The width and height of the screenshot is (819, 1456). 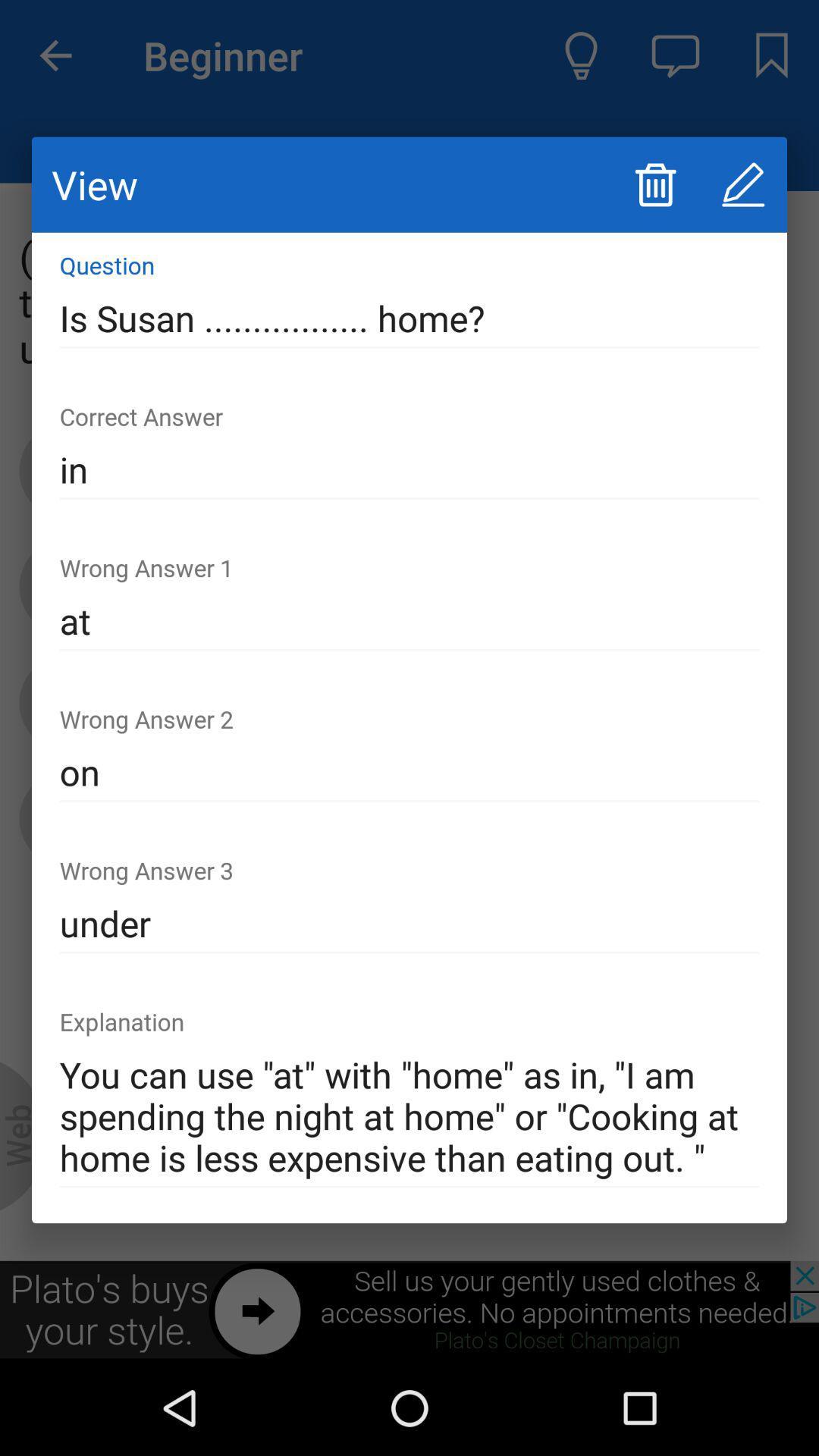 What do you see at coordinates (654, 184) in the screenshot?
I see `delete` at bounding box center [654, 184].